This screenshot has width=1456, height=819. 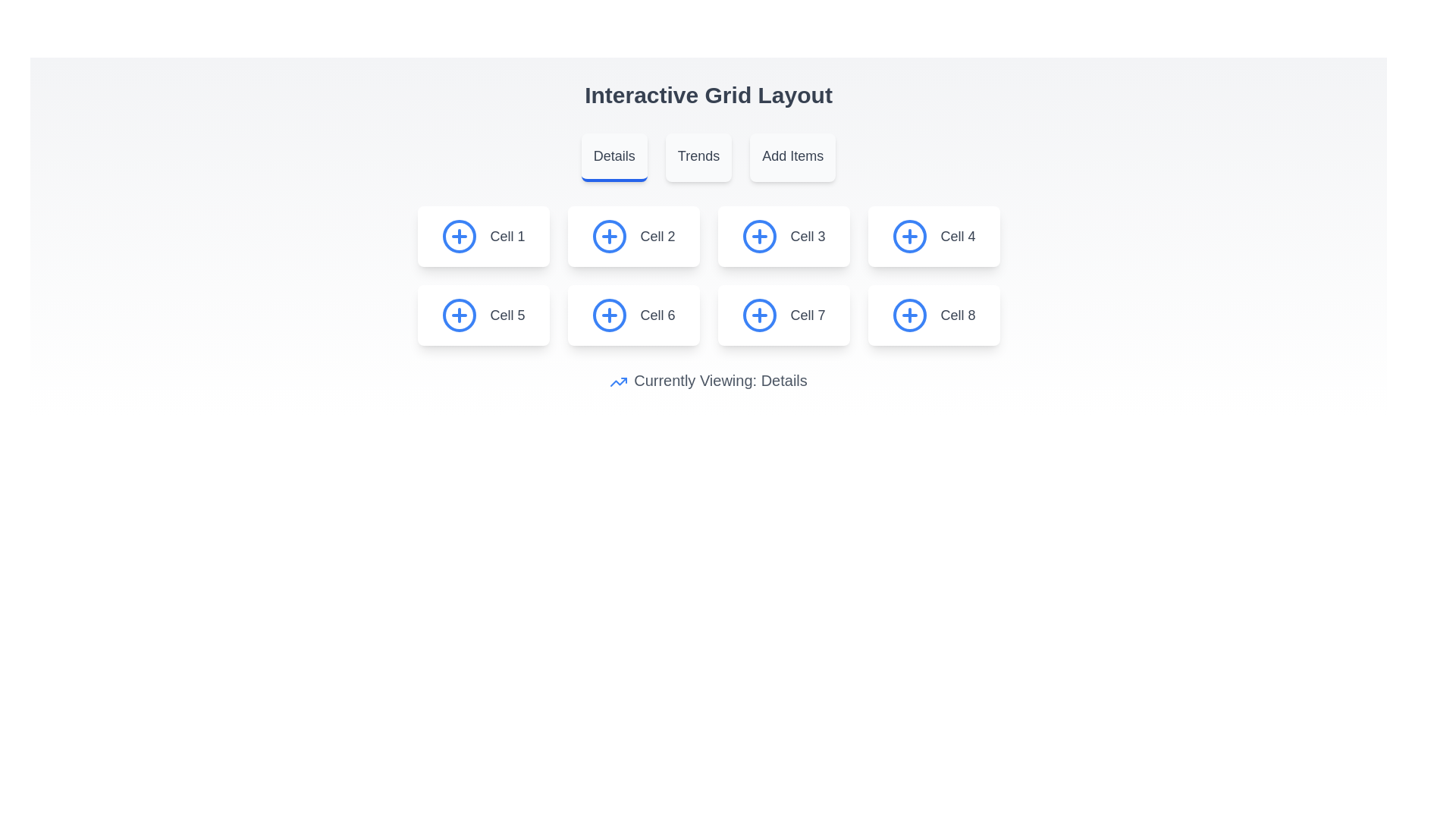 What do you see at coordinates (610, 237) in the screenshot?
I see `the circular plus icon in Cell 2` at bounding box center [610, 237].